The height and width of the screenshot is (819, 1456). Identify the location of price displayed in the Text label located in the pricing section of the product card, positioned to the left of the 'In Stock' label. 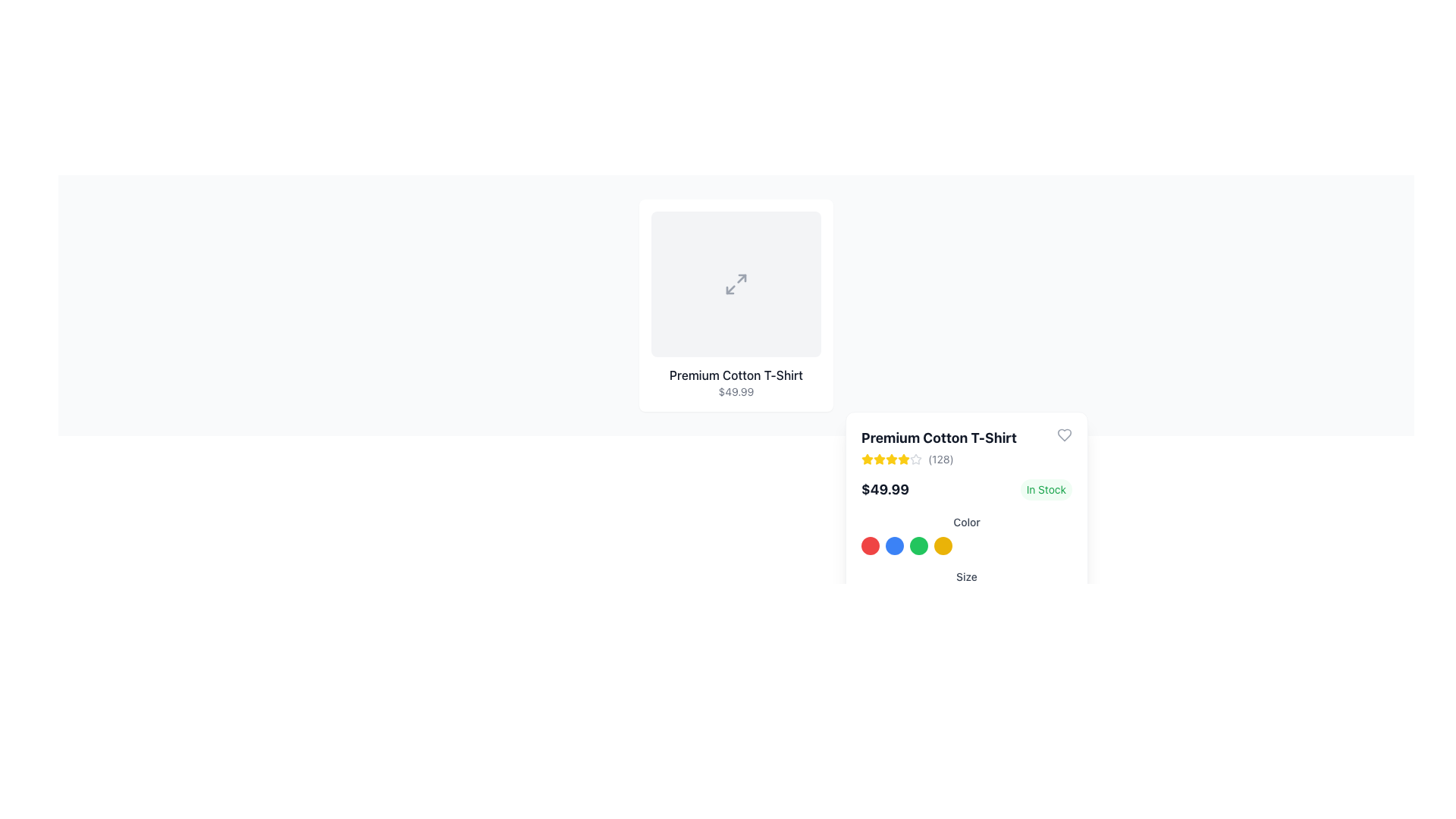
(885, 489).